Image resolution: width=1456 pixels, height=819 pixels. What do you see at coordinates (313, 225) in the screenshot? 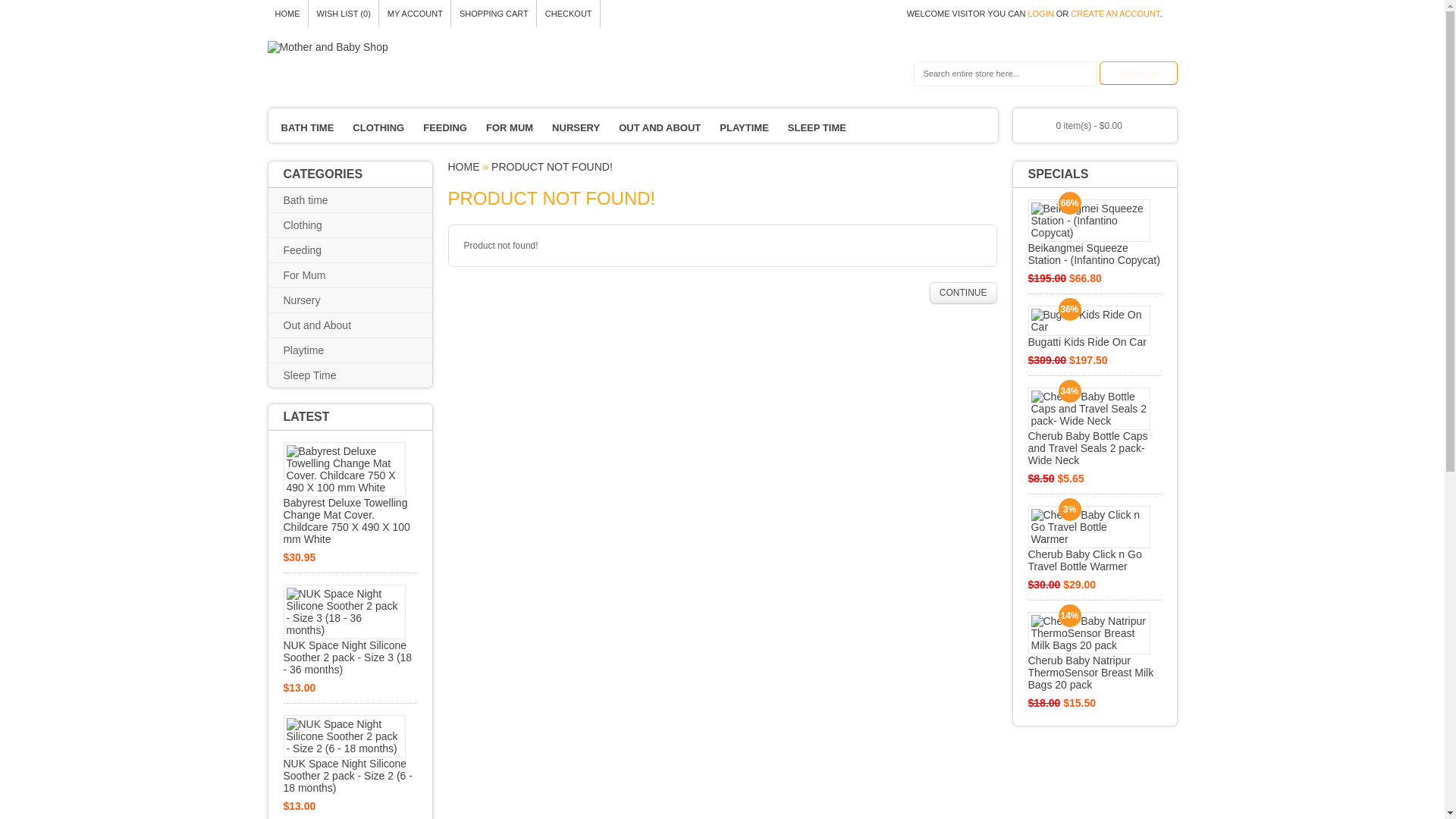
I see `'Clothing'` at bounding box center [313, 225].